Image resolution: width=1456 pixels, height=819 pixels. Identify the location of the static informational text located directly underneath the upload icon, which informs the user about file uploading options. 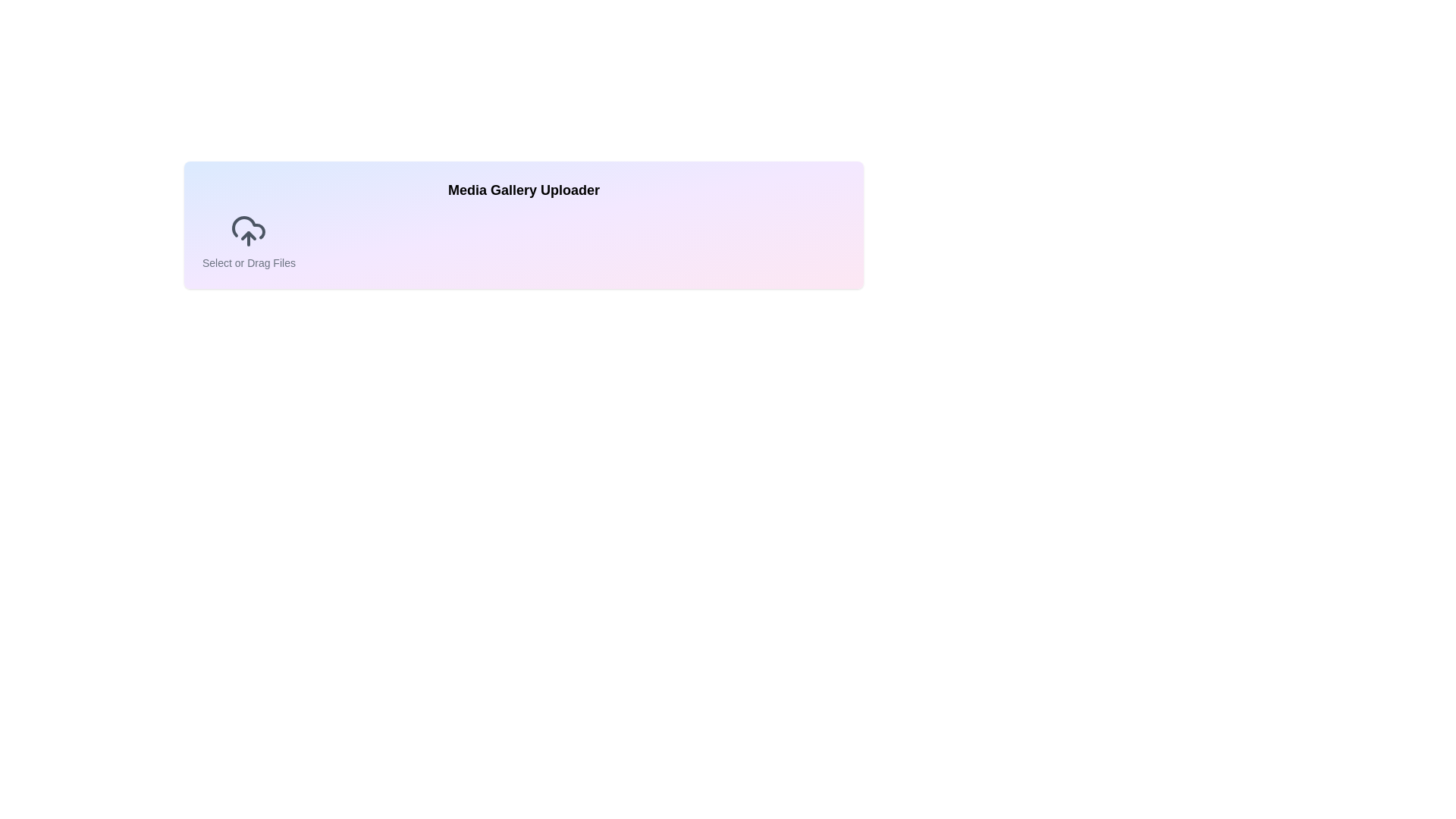
(249, 262).